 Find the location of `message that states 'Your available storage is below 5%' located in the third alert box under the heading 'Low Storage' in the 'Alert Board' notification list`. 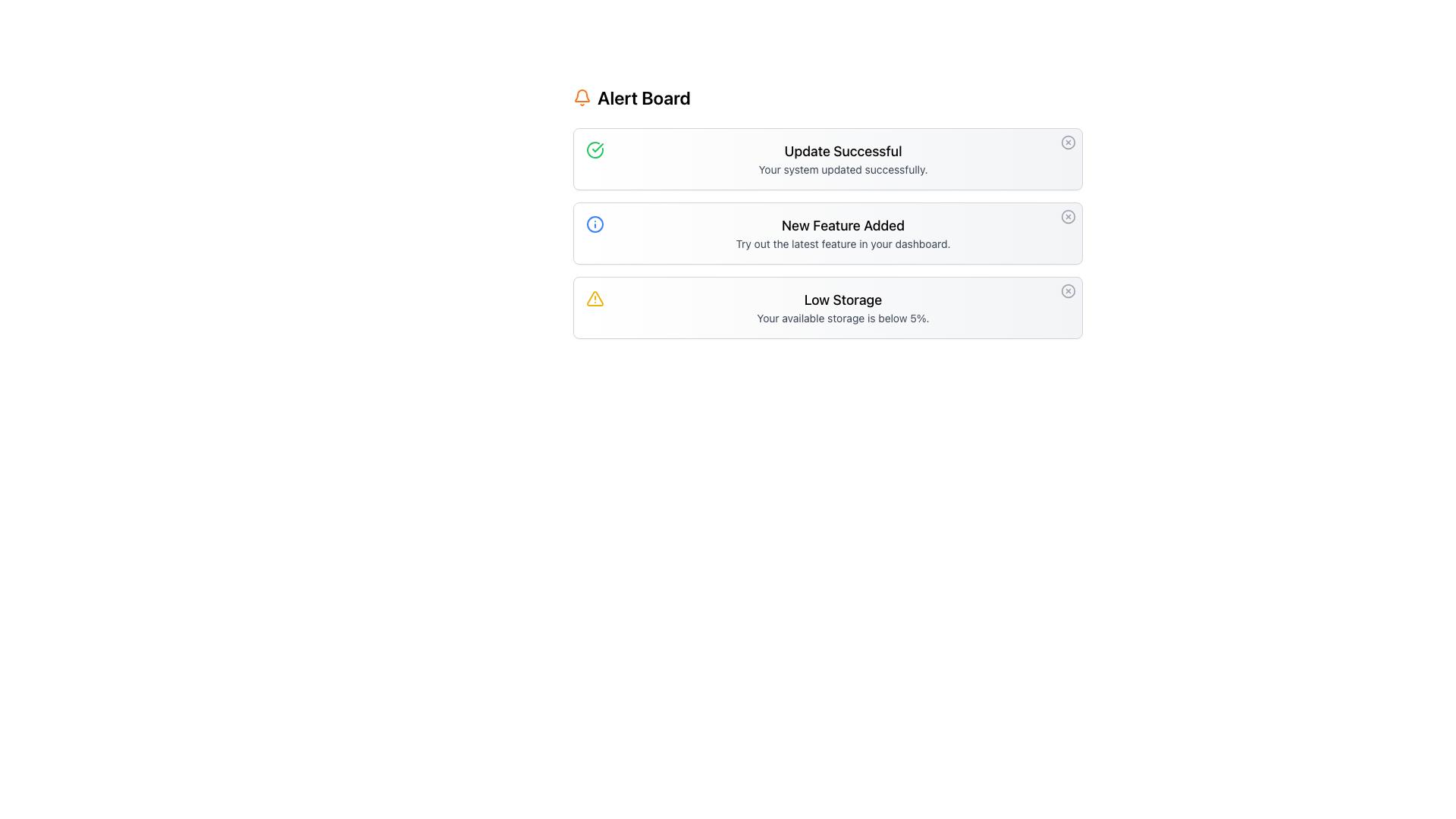

message that states 'Your available storage is below 5%' located in the third alert box under the heading 'Low Storage' in the 'Alert Board' notification list is located at coordinates (843, 318).